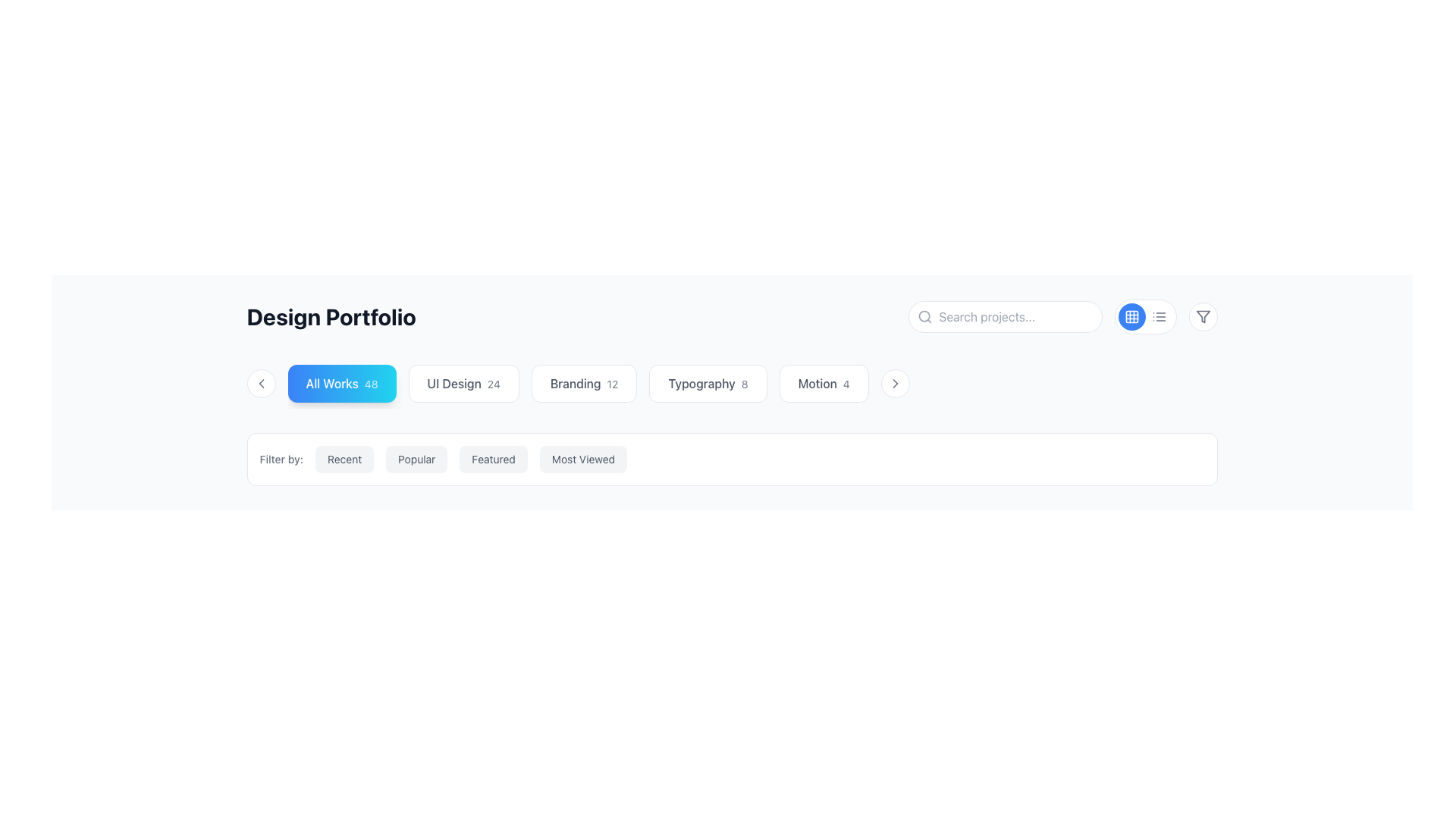  Describe the element at coordinates (331, 315) in the screenshot. I see `the title text element indicating 'Design Portfolio' located at the top-left section of the header area` at that location.